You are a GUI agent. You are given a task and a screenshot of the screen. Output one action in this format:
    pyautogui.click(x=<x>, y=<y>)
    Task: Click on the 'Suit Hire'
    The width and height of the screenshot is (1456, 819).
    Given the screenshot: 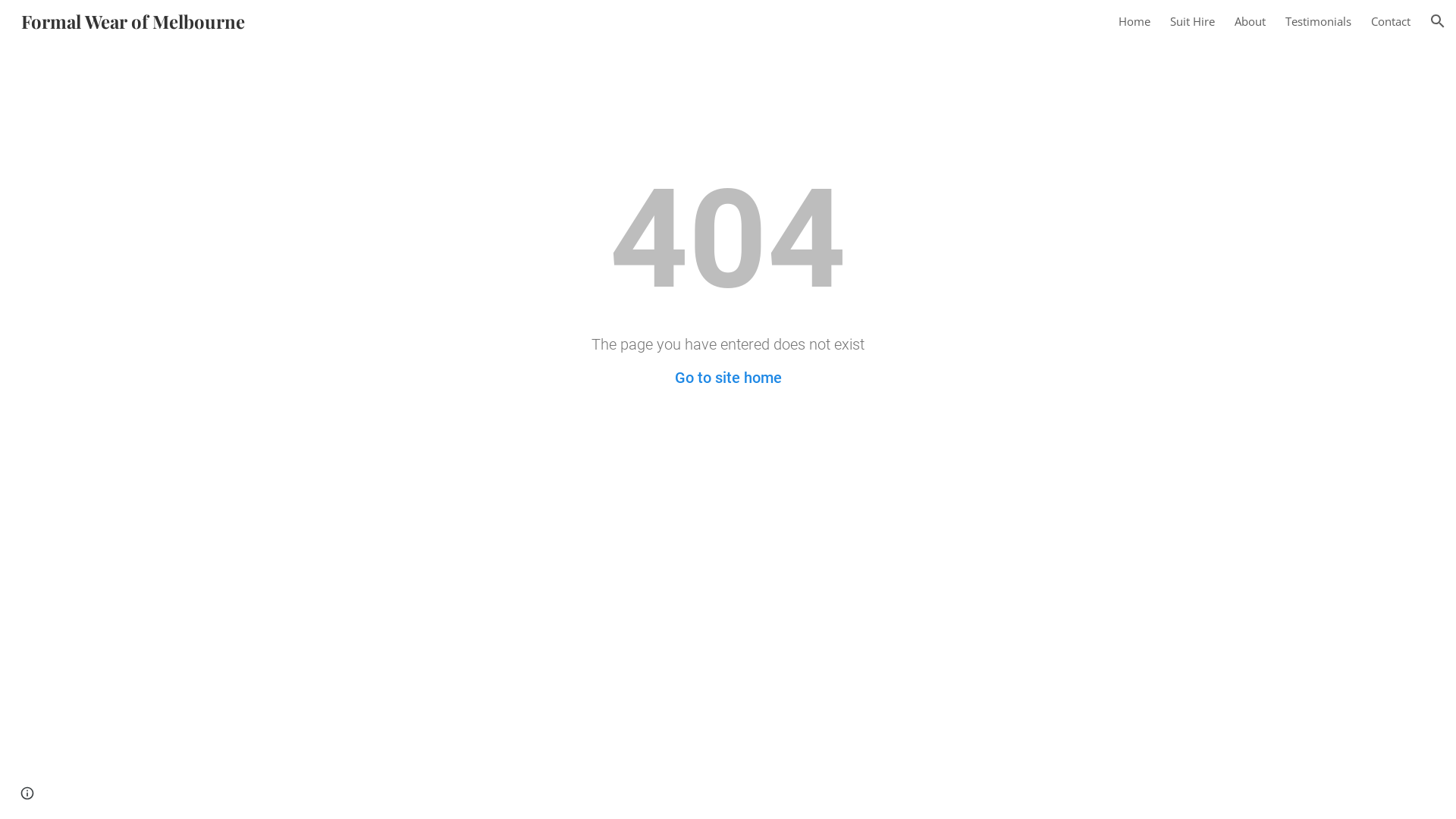 What is the action you would take?
    pyautogui.click(x=1191, y=20)
    